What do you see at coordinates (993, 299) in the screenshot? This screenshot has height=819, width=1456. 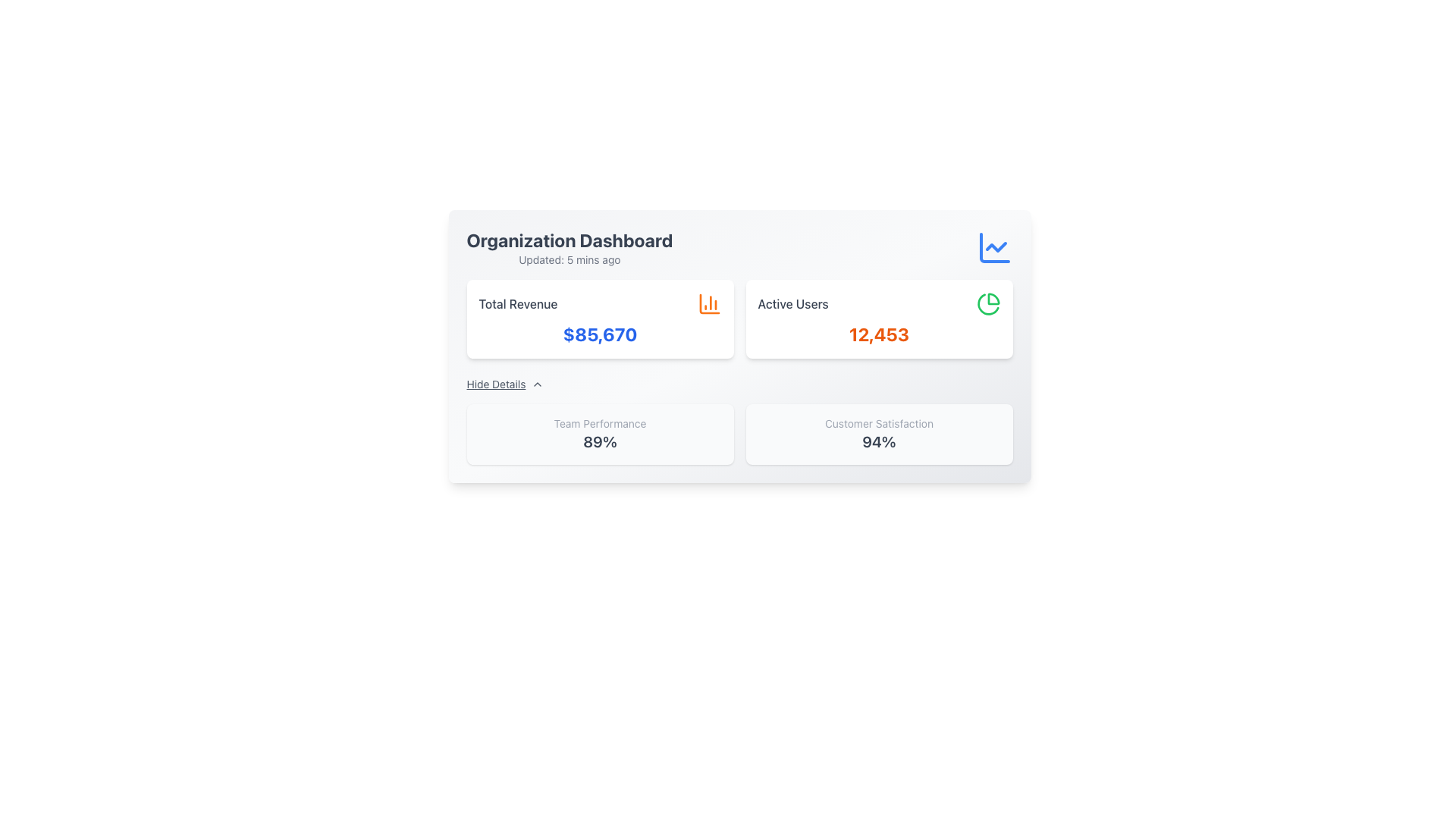 I see `the SVG graphical element in the top-right card of the dashboard that represents an analytical metric` at bounding box center [993, 299].